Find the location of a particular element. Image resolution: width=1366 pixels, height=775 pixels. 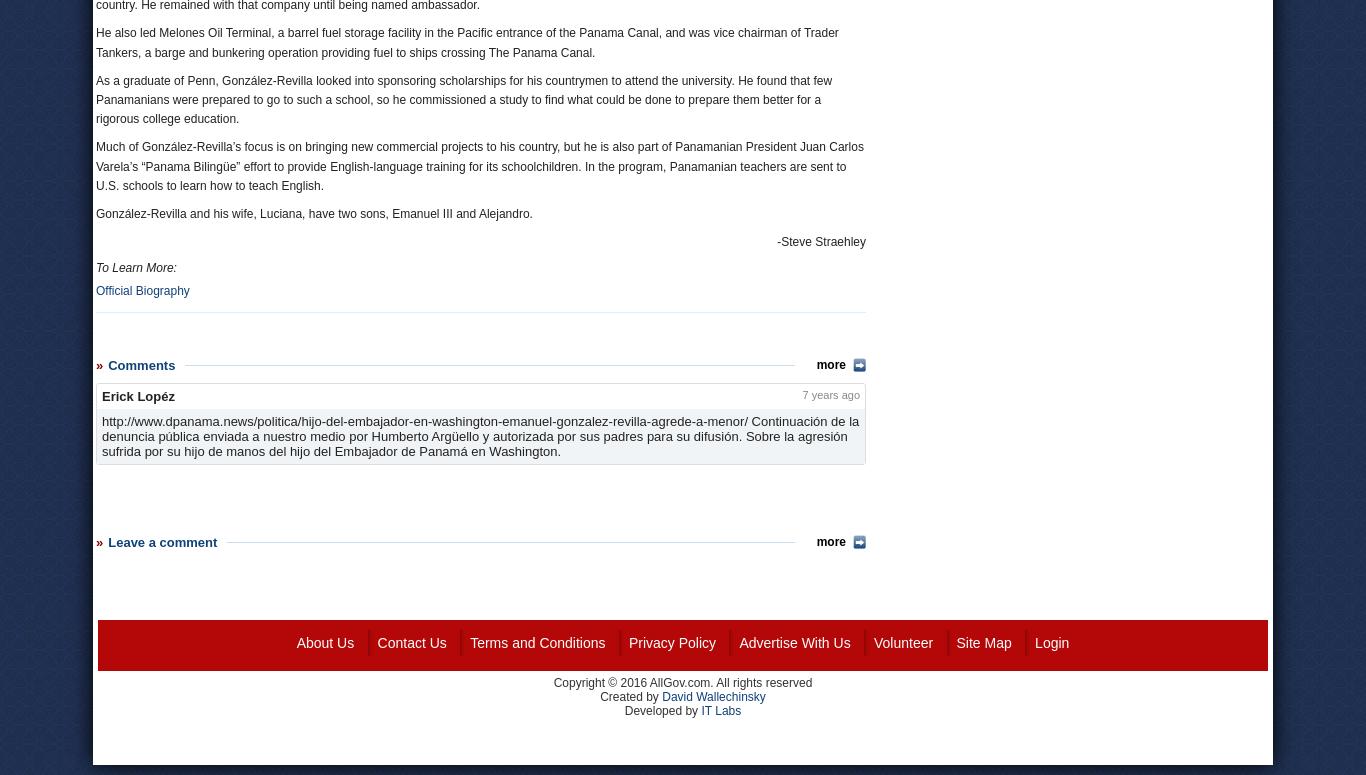

'Contact Us' is located at coordinates (410, 643).